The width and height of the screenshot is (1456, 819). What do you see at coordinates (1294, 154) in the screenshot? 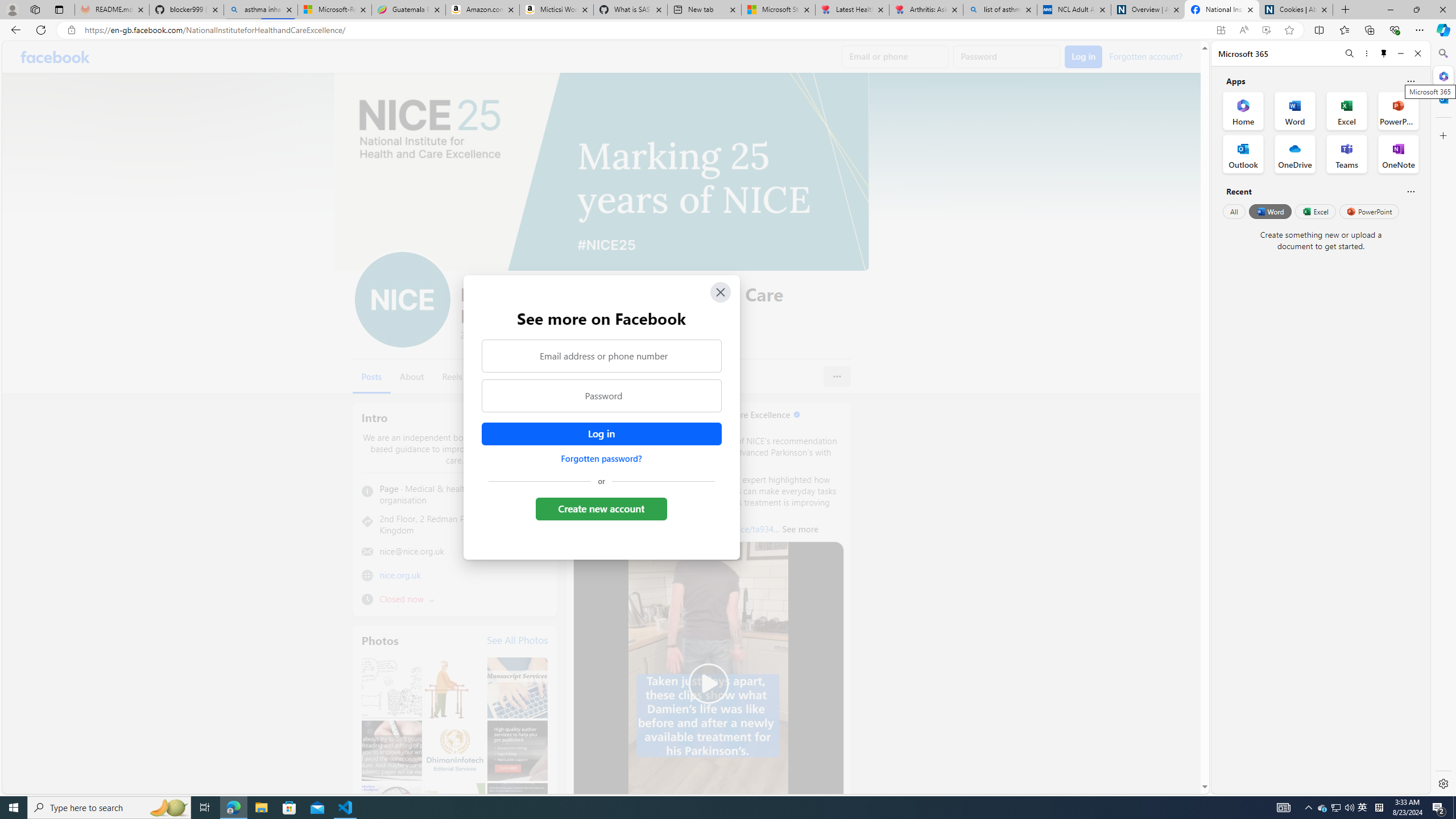
I see `'OneDrive Office App'` at bounding box center [1294, 154].